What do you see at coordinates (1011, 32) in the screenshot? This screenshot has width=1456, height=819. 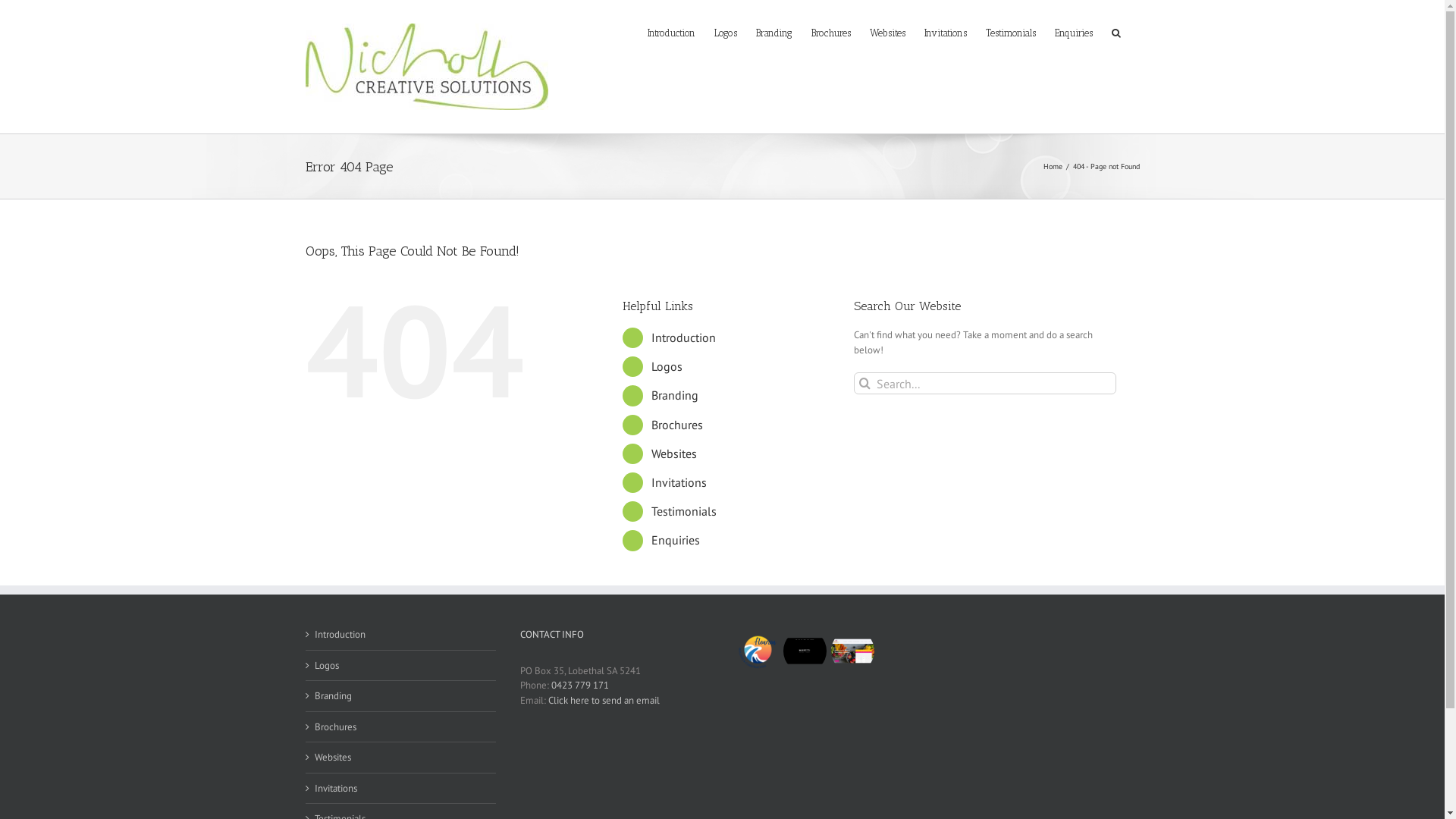 I see `'Testimonials'` at bounding box center [1011, 32].